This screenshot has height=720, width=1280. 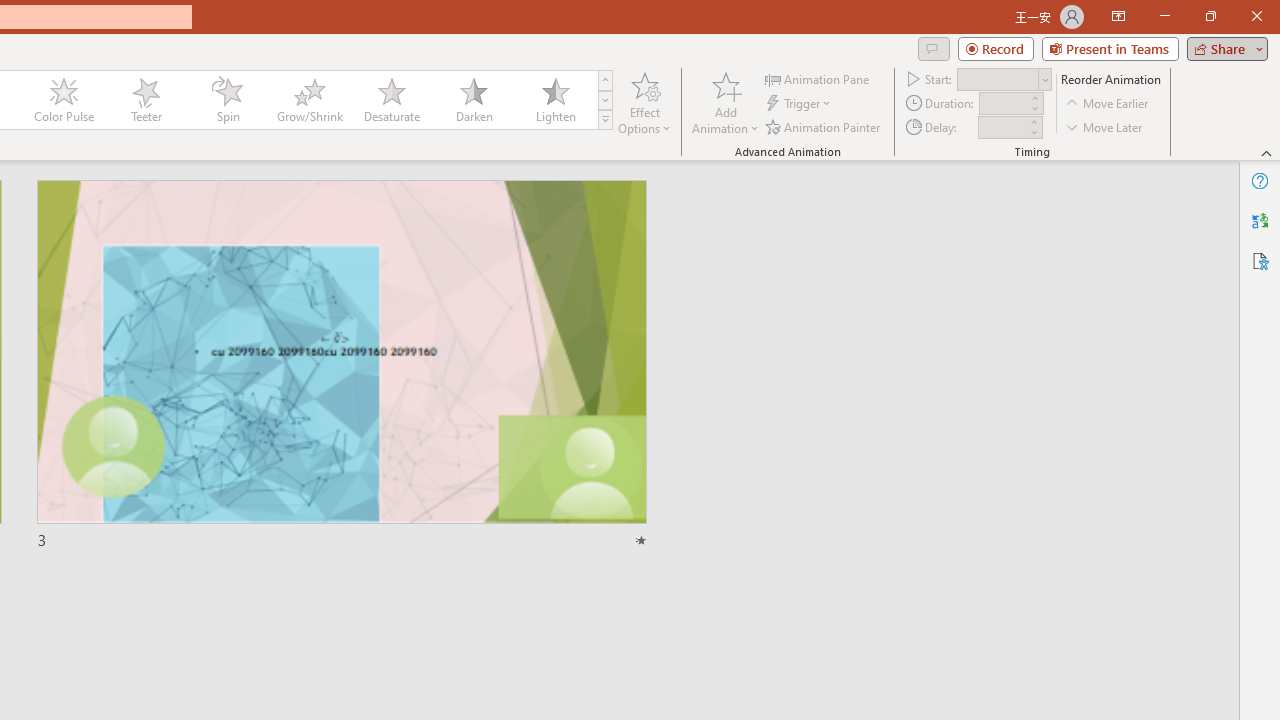 I want to click on 'Grow/Shrink', so click(x=308, y=100).